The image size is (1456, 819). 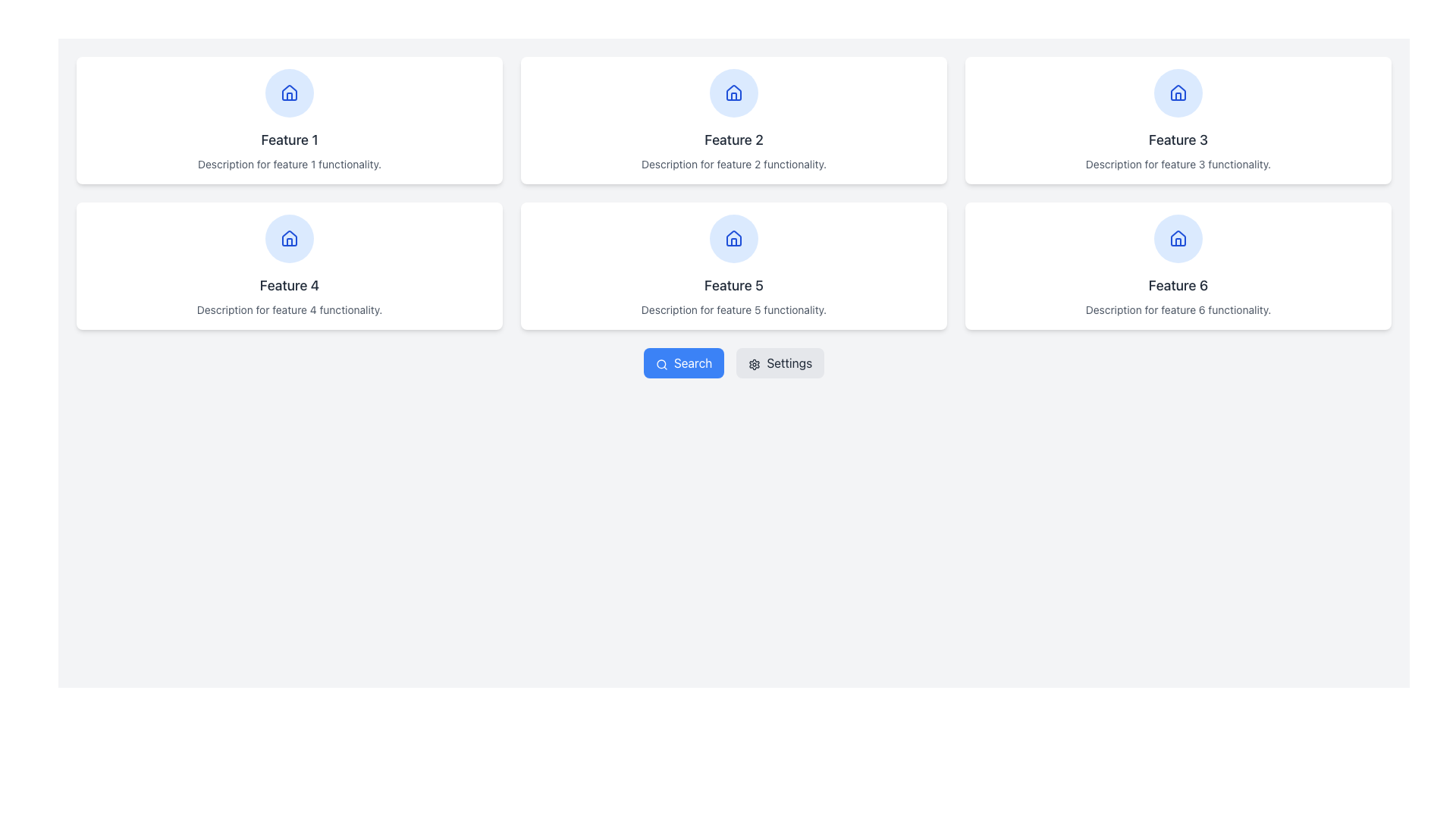 What do you see at coordinates (780, 362) in the screenshot?
I see `the 'Settings' button, which is a rounded rectangle with a gray background and a gear icon on the left, located below a grid of feature cards on the right side of the layout` at bounding box center [780, 362].